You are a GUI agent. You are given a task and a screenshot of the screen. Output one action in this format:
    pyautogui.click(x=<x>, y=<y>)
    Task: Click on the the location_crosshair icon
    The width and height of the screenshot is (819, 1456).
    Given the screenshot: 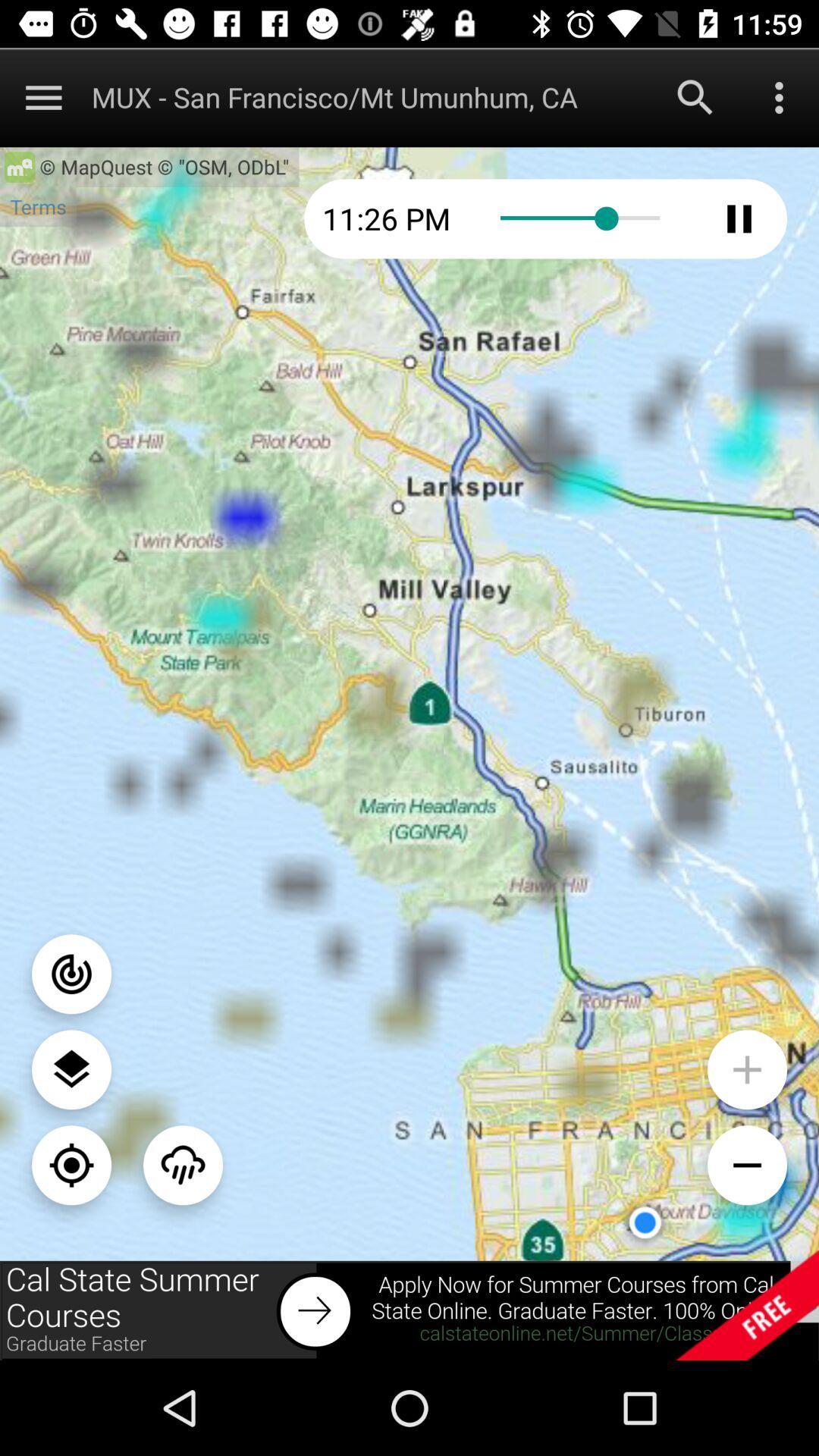 What is the action you would take?
    pyautogui.click(x=71, y=1164)
    